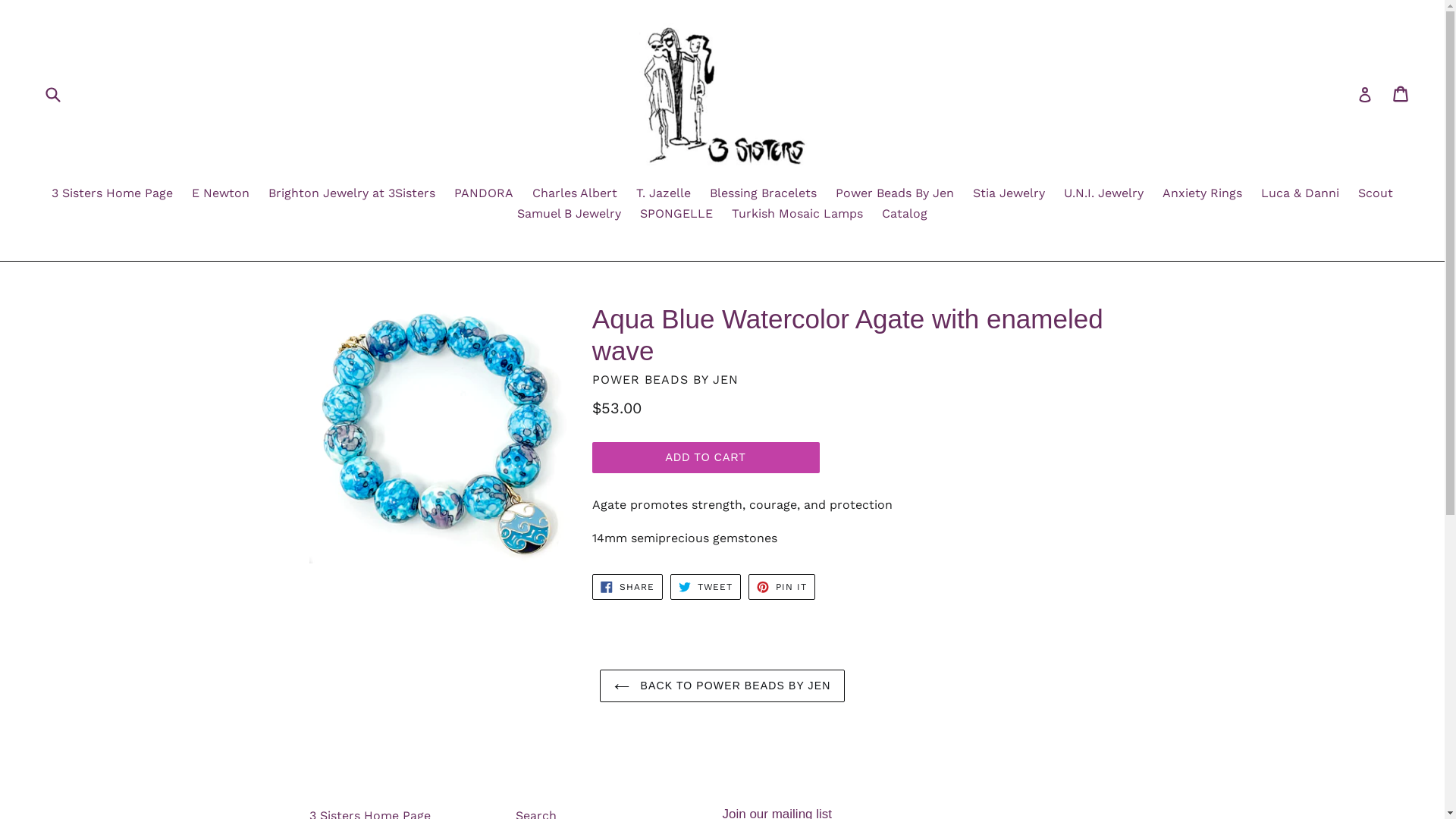 The image size is (1456, 819). I want to click on 'Anxiety Rings', so click(1153, 193).